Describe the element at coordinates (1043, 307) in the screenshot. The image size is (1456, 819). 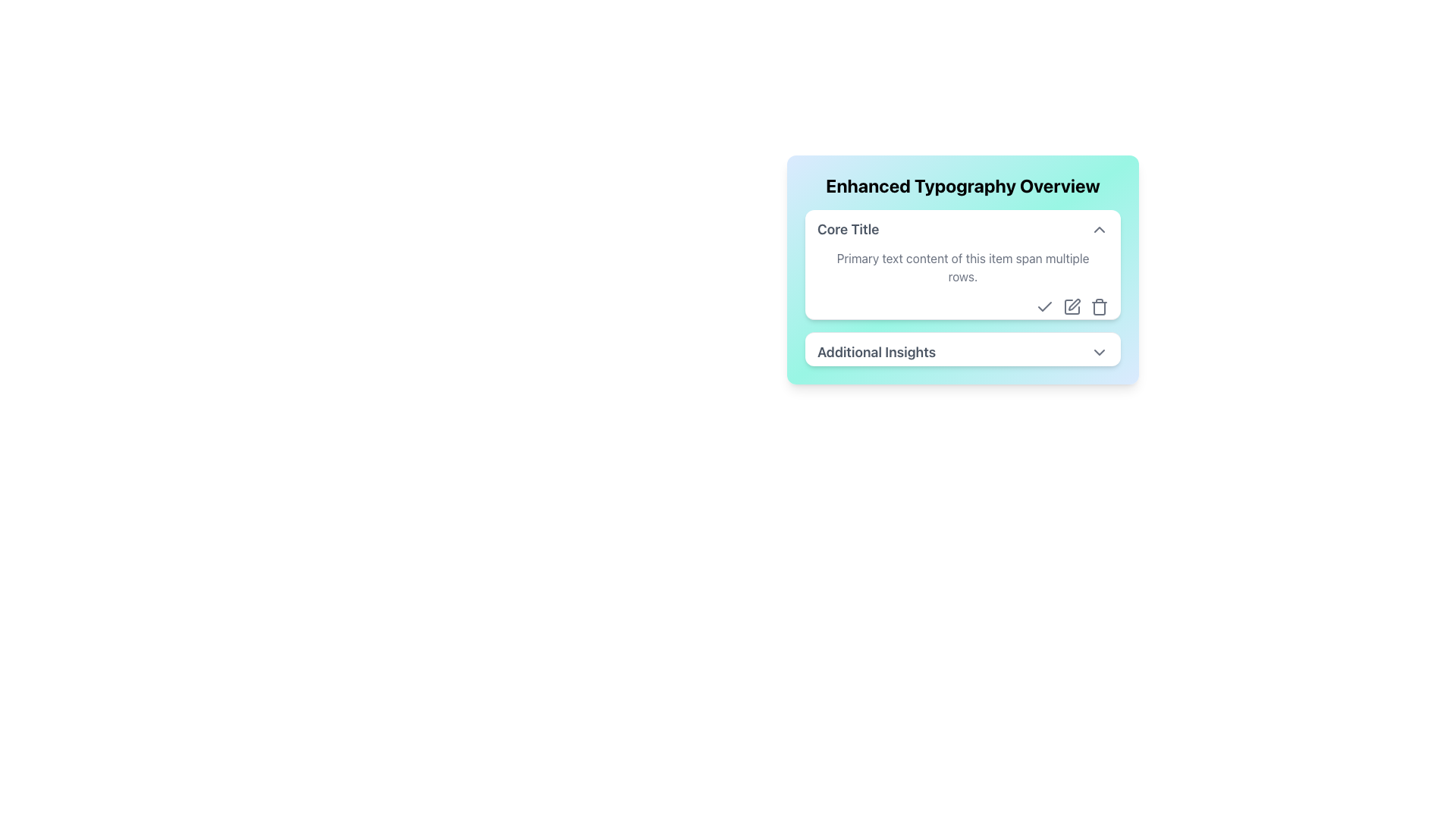
I see `the checkmark icon located to the left of the pencil icon and right of the 'Core Title' label in the 'Enhanced Typography Overview' card` at that location.